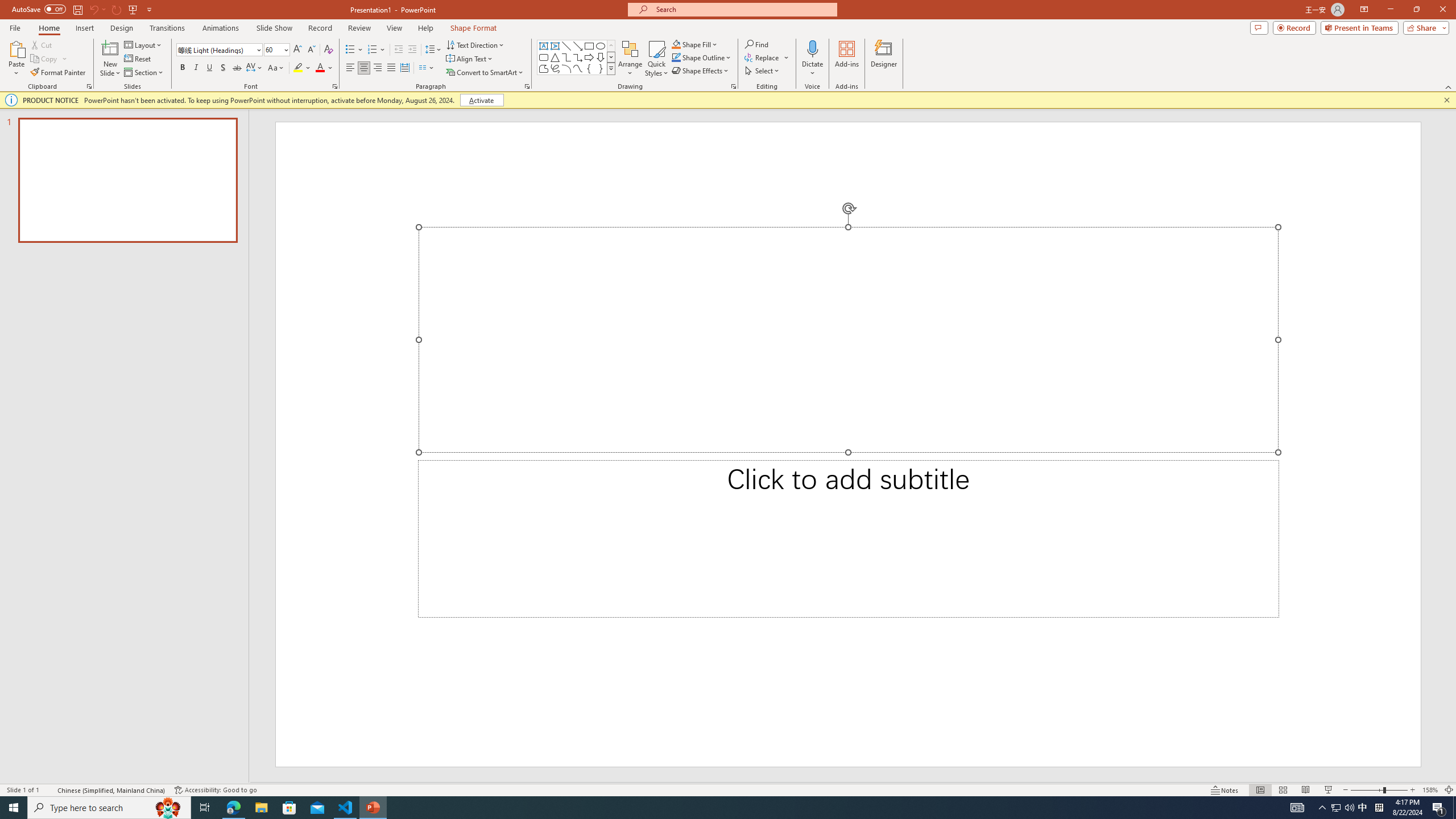 The image size is (1456, 819). I want to click on 'Freeform: Shape', so click(543, 68).